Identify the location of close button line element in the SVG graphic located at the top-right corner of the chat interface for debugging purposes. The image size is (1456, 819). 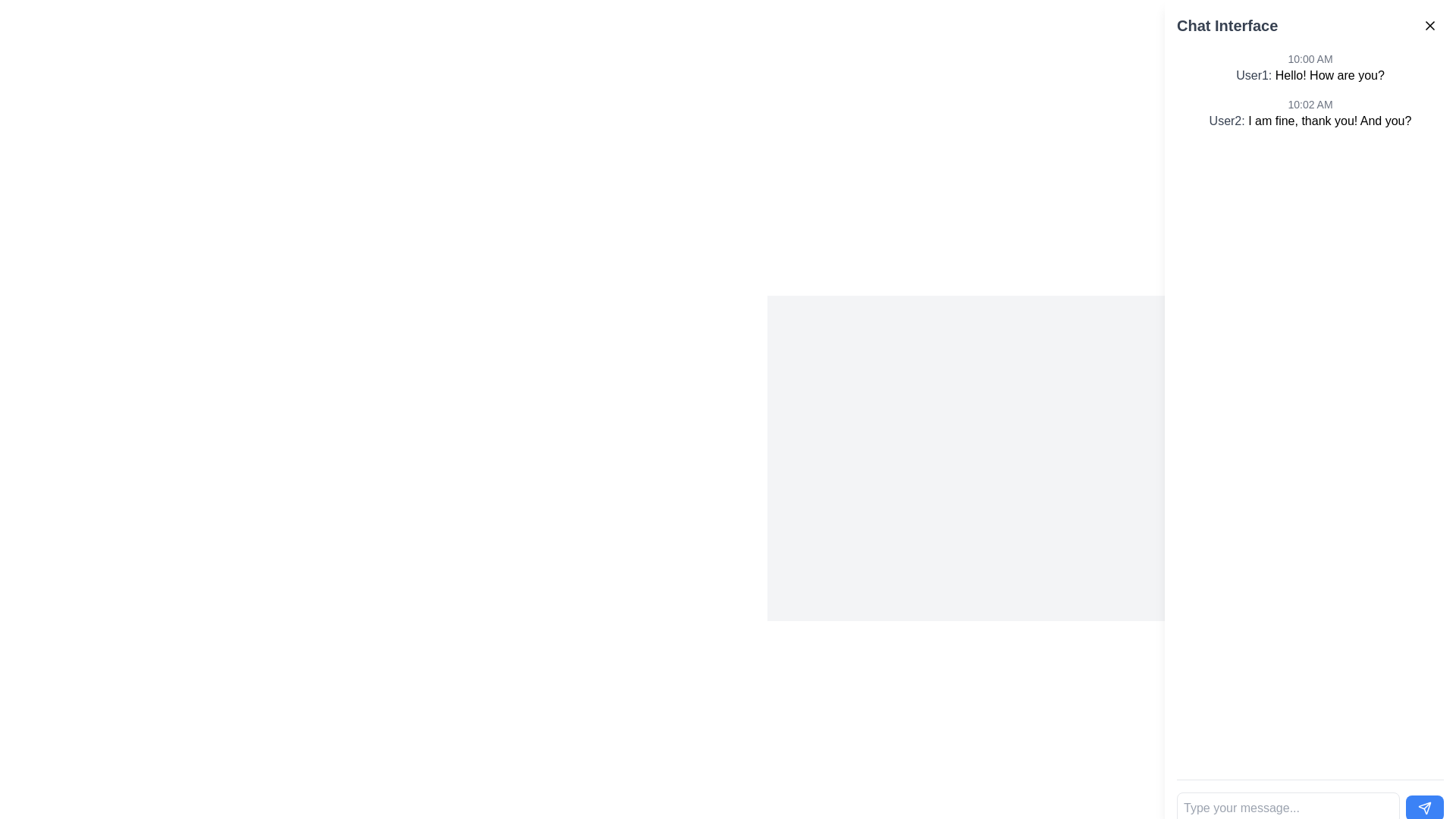
(1429, 26).